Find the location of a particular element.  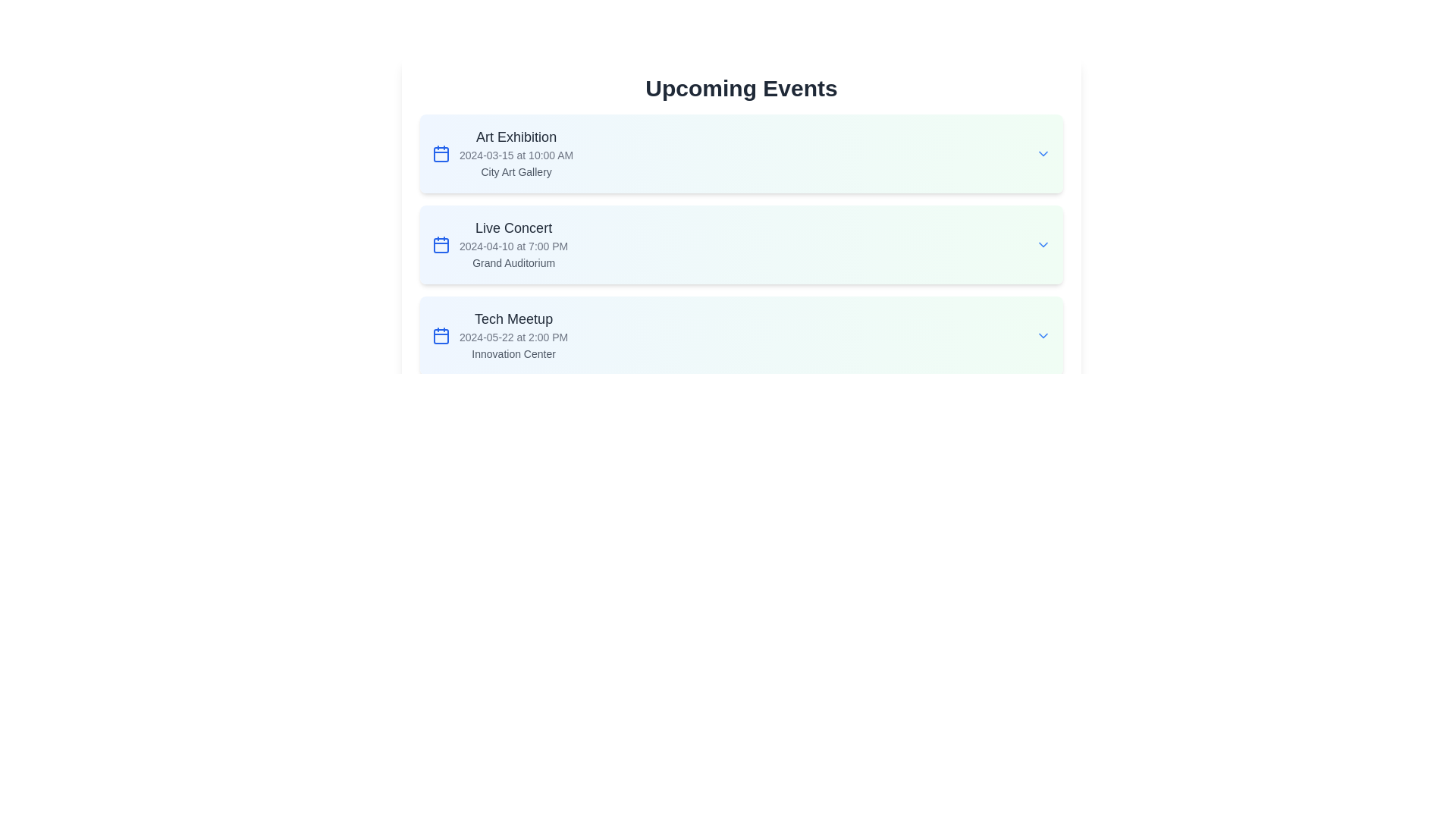

the details of the event titled 'Live Concert' located in the second position of the event list, which includes the date '2024-04-10 at 7:00 PM' and the location 'Grand Auditorium' is located at coordinates (500, 244).